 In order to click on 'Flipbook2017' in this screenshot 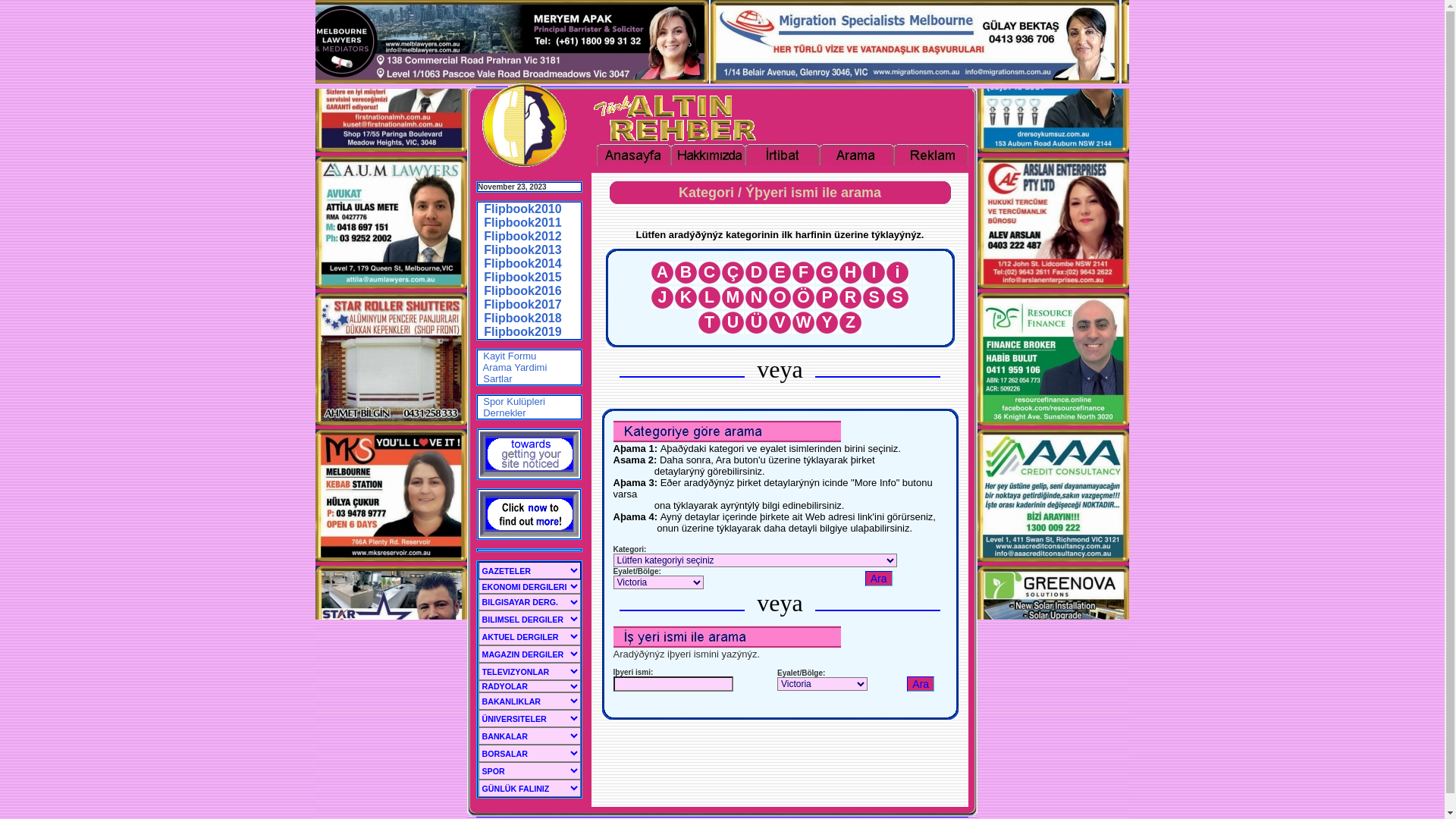, I will do `click(522, 304)`.